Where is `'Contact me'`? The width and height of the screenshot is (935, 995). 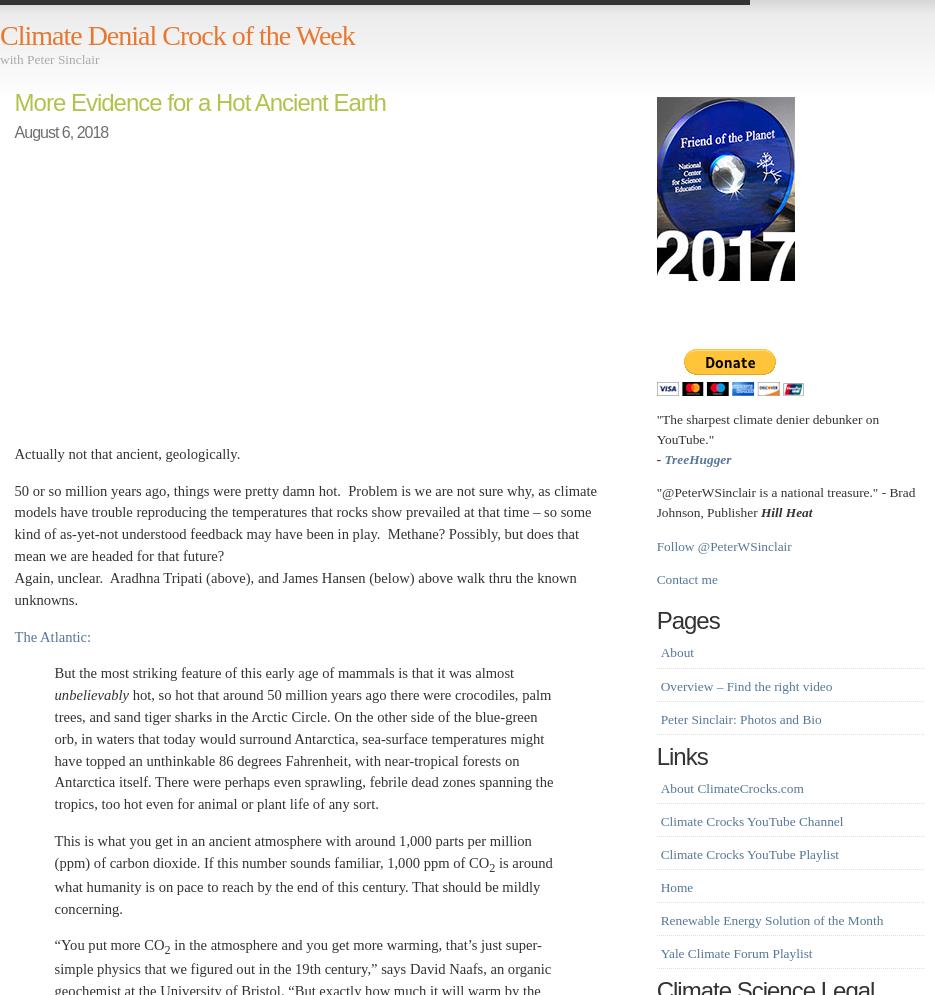
'Contact me' is located at coordinates (685, 578).